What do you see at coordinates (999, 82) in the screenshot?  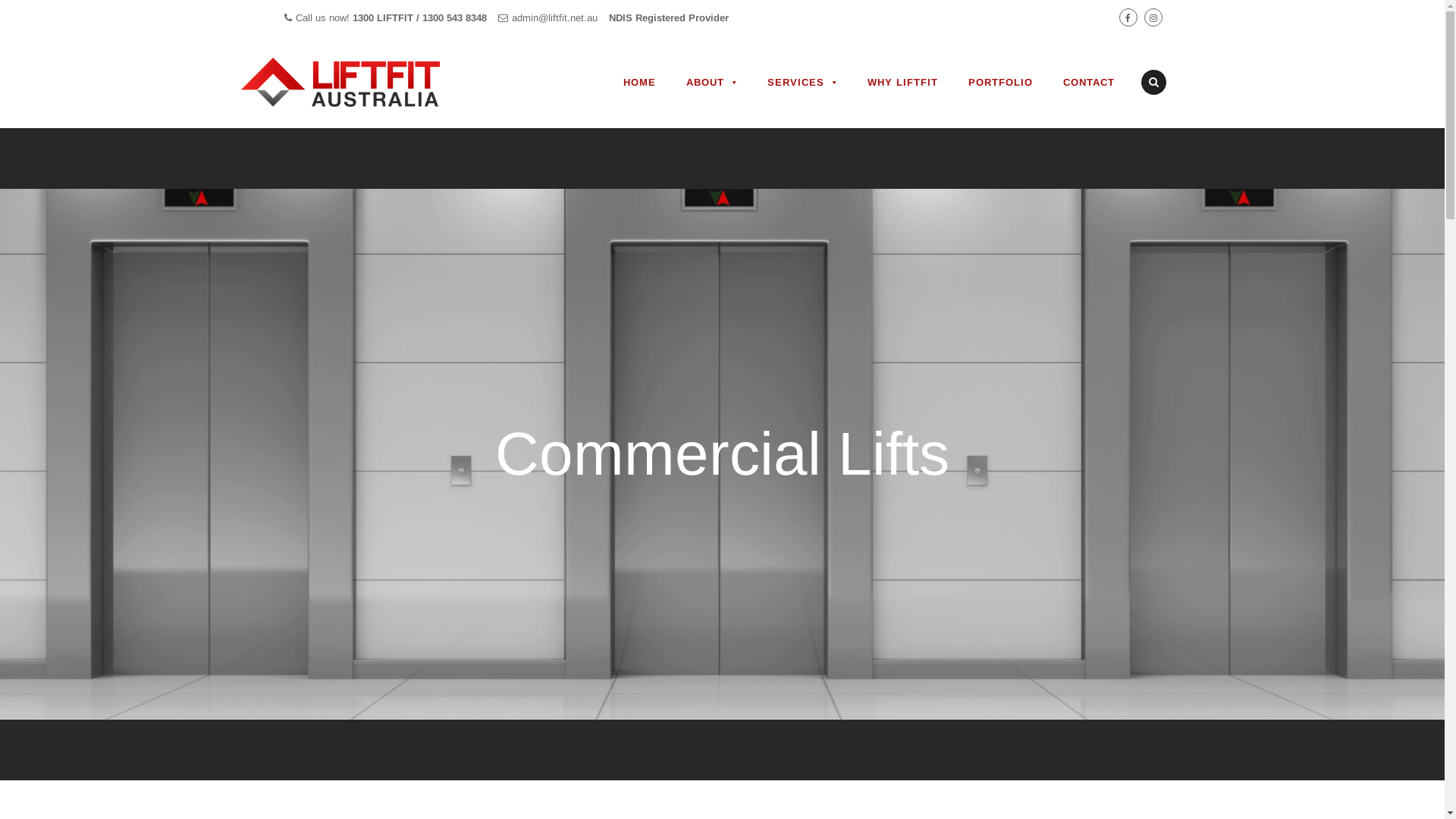 I see `'PORTFOLIO'` at bounding box center [999, 82].